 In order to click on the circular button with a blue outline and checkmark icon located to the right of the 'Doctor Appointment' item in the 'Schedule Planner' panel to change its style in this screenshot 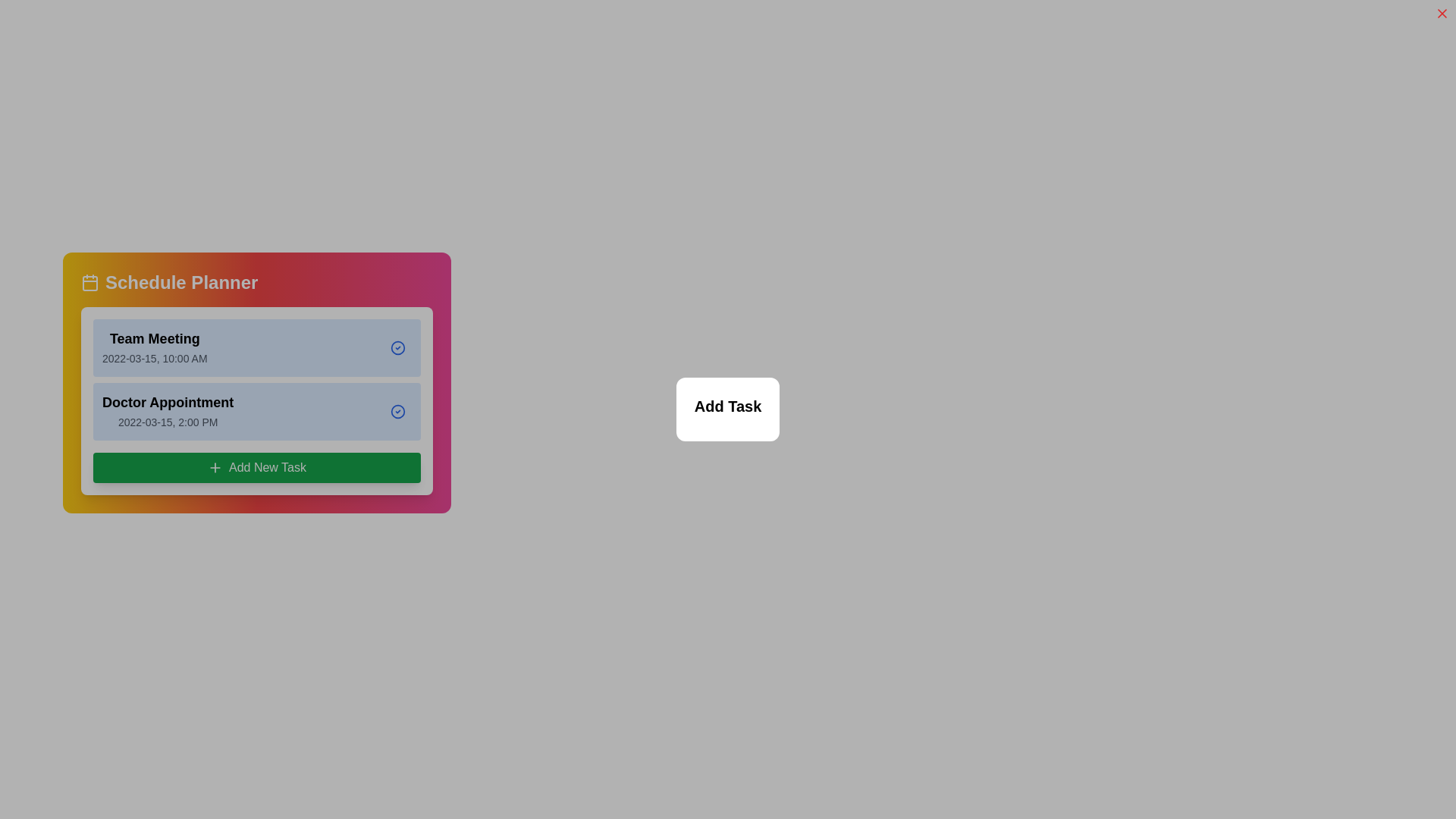, I will do `click(397, 412)`.